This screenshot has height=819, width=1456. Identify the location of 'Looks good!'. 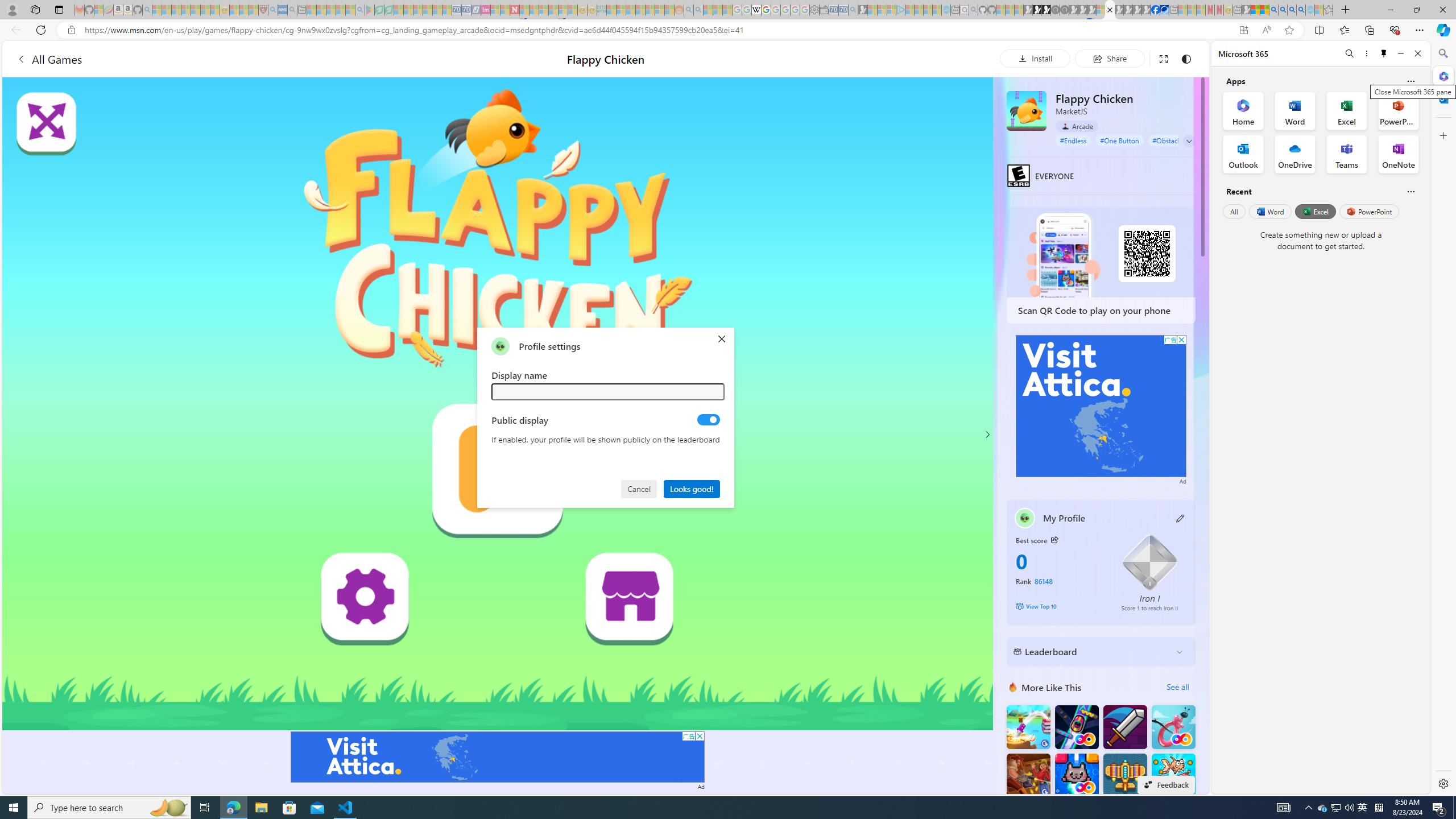
(692, 487).